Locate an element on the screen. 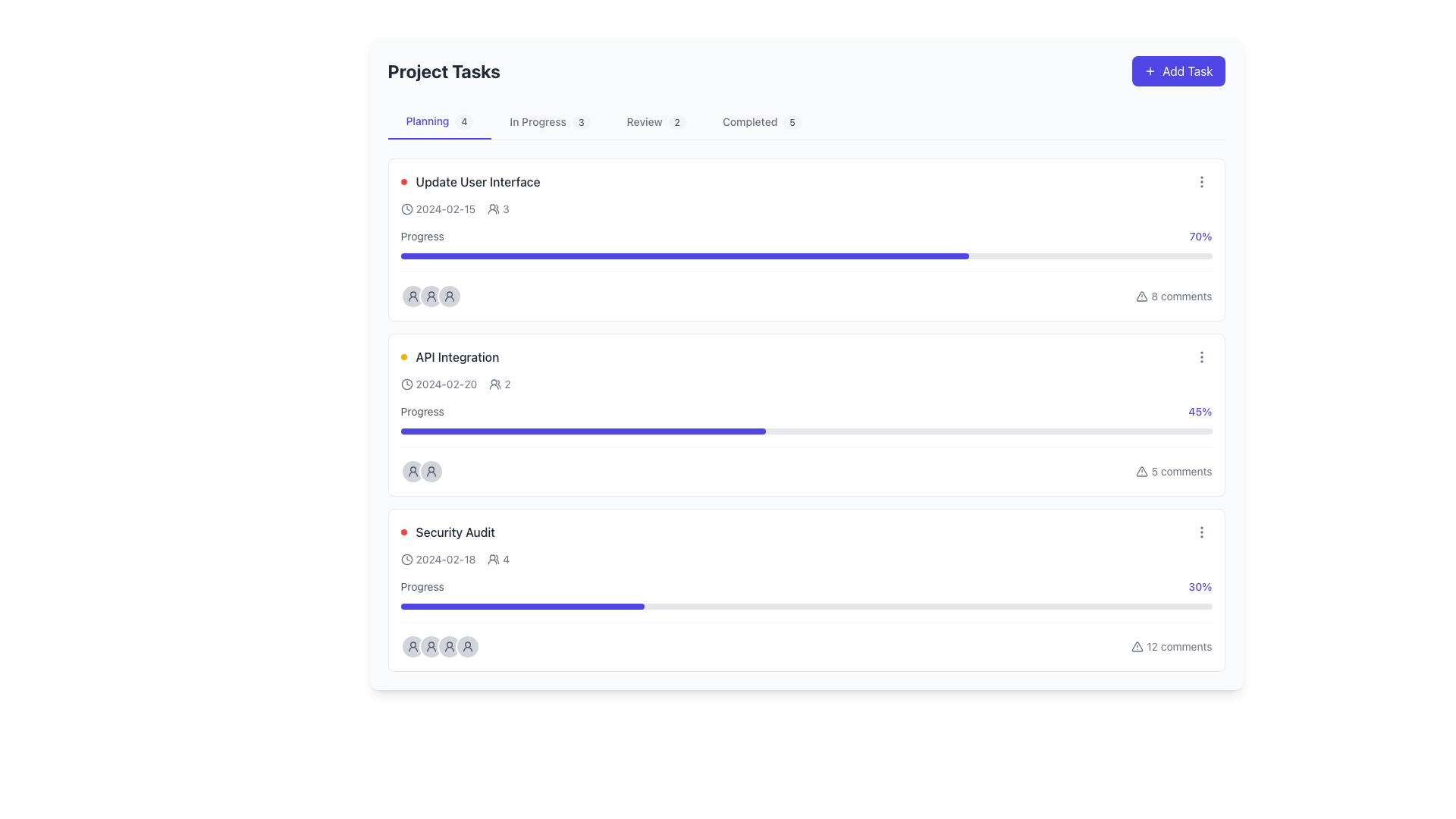  static text label 'API Integration' located under the 'Planning' tab in the 'Project Tasks' section, which is part of the second task card in vertical order is located at coordinates (457, 356).